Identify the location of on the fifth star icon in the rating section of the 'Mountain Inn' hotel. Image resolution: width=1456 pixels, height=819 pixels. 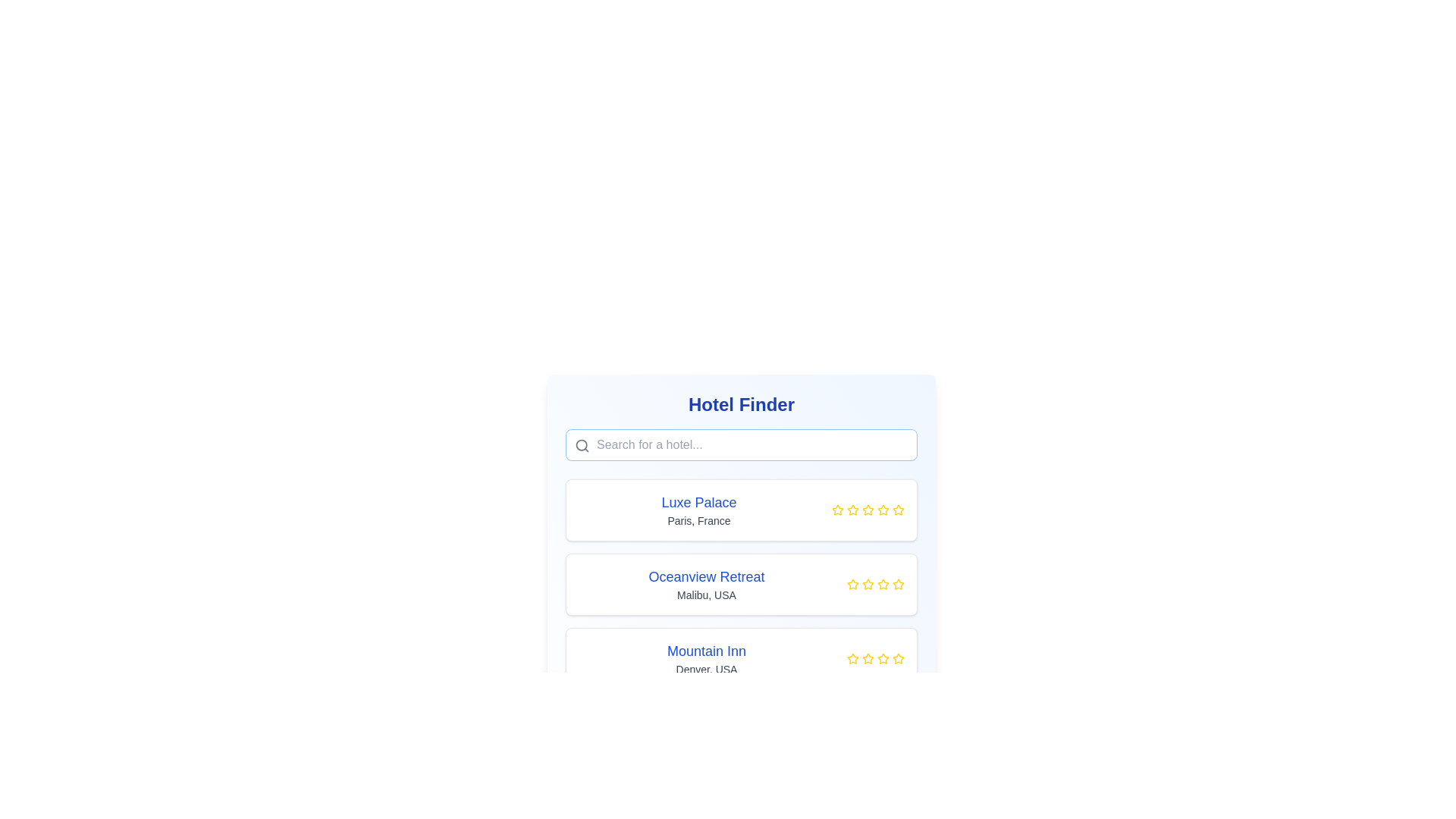
(883, 657).